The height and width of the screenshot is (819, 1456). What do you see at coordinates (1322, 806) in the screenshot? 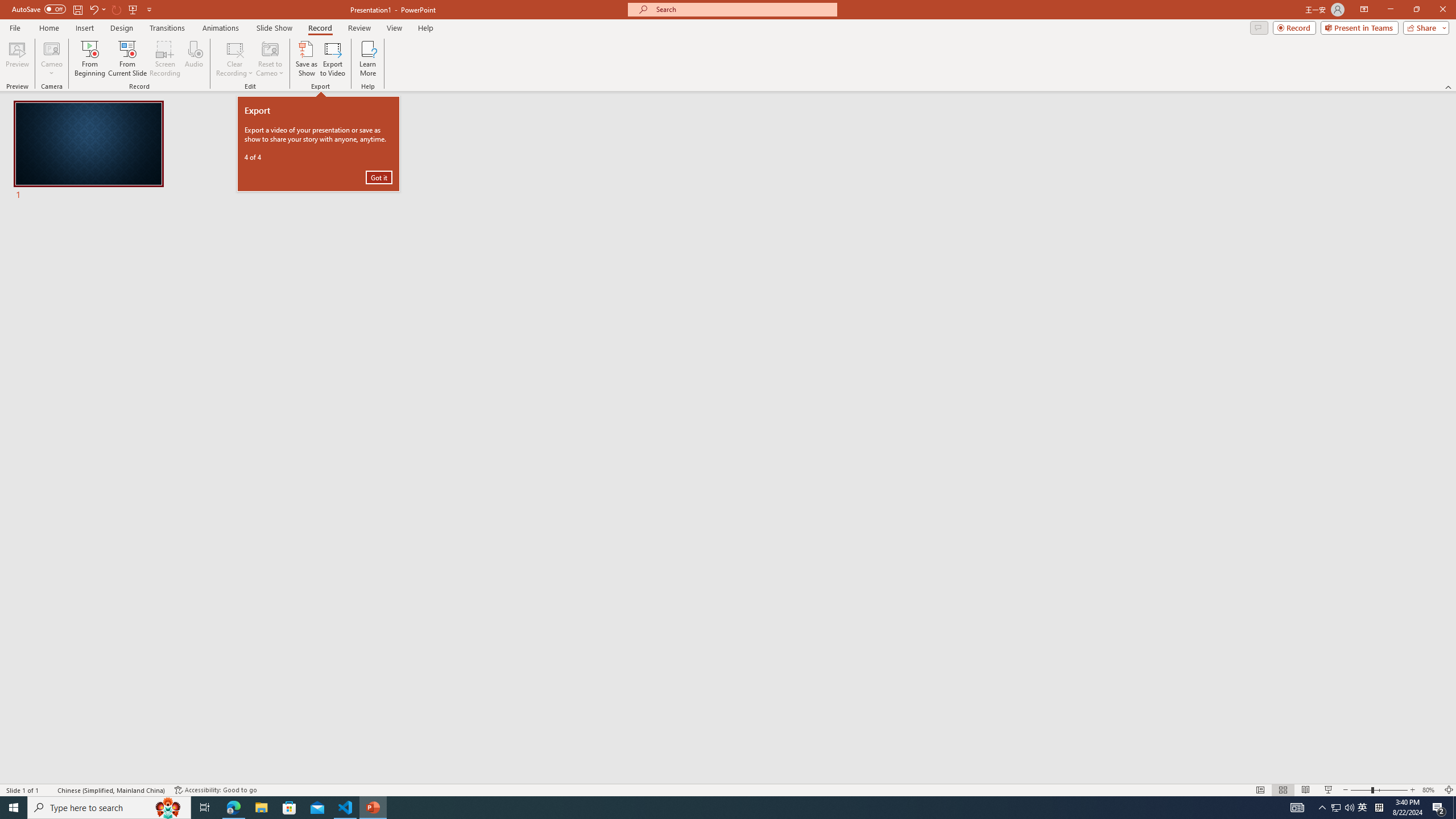
I see `'Zoom Out'` at bounding box center [1322, 806].